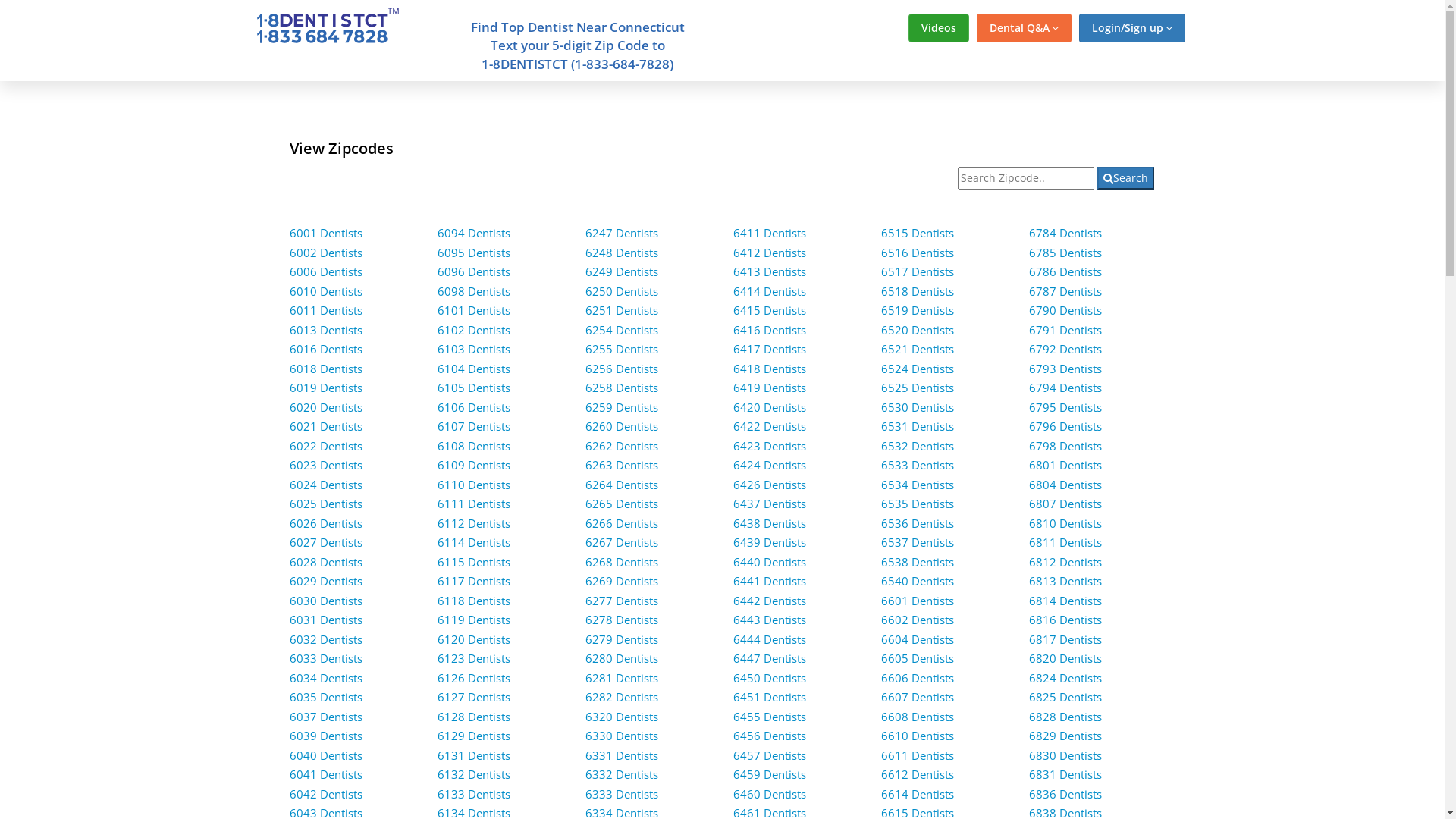 The width and height of the screenshot is (1456, 819). Describe the element at coordinates (916, 734) in the screenshot. I see `'6610 Dentists'` at that location.